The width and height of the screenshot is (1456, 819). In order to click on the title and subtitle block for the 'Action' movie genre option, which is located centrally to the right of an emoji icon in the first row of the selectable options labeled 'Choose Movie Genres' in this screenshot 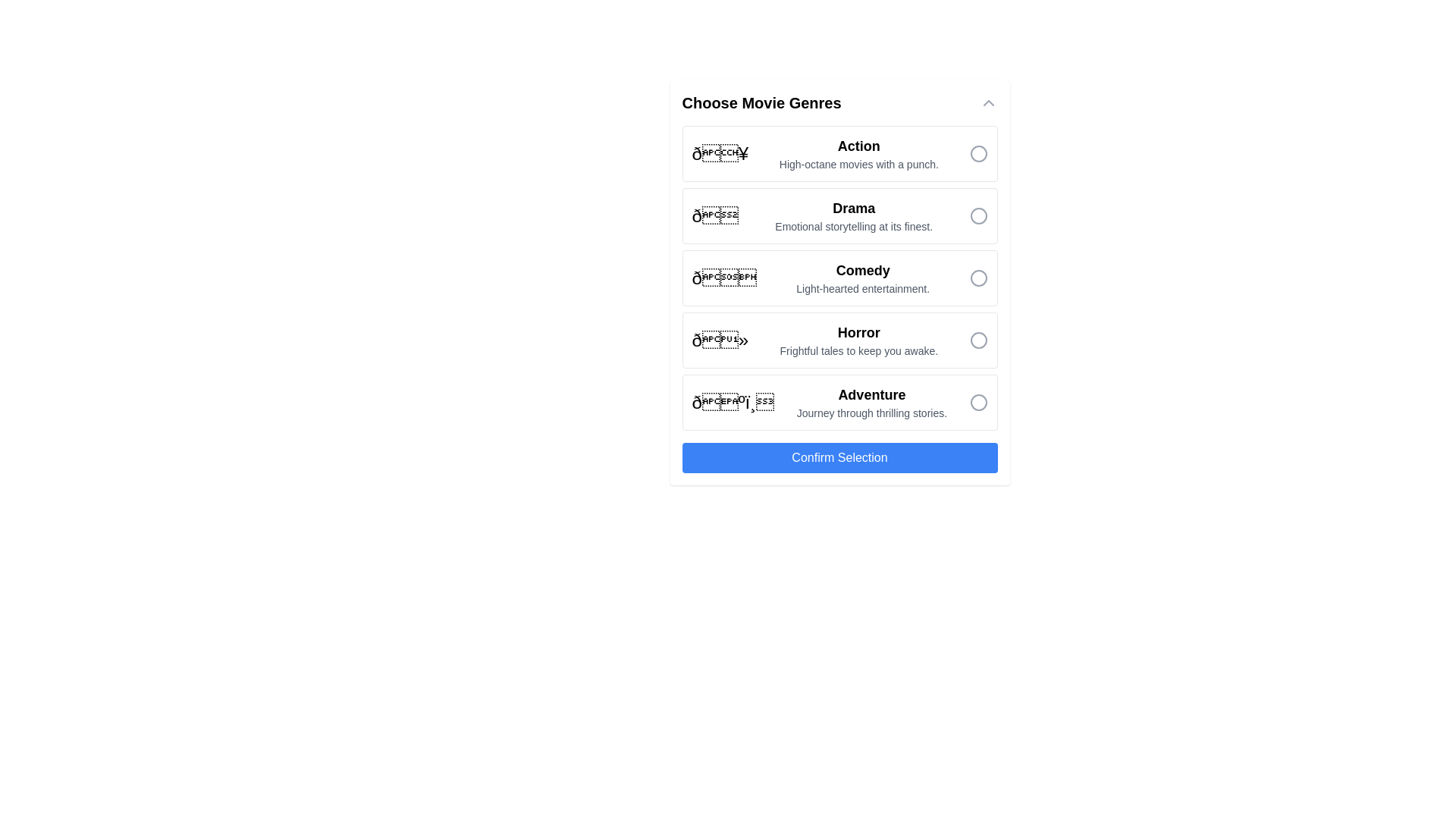, I will do `click(858, 154)`.